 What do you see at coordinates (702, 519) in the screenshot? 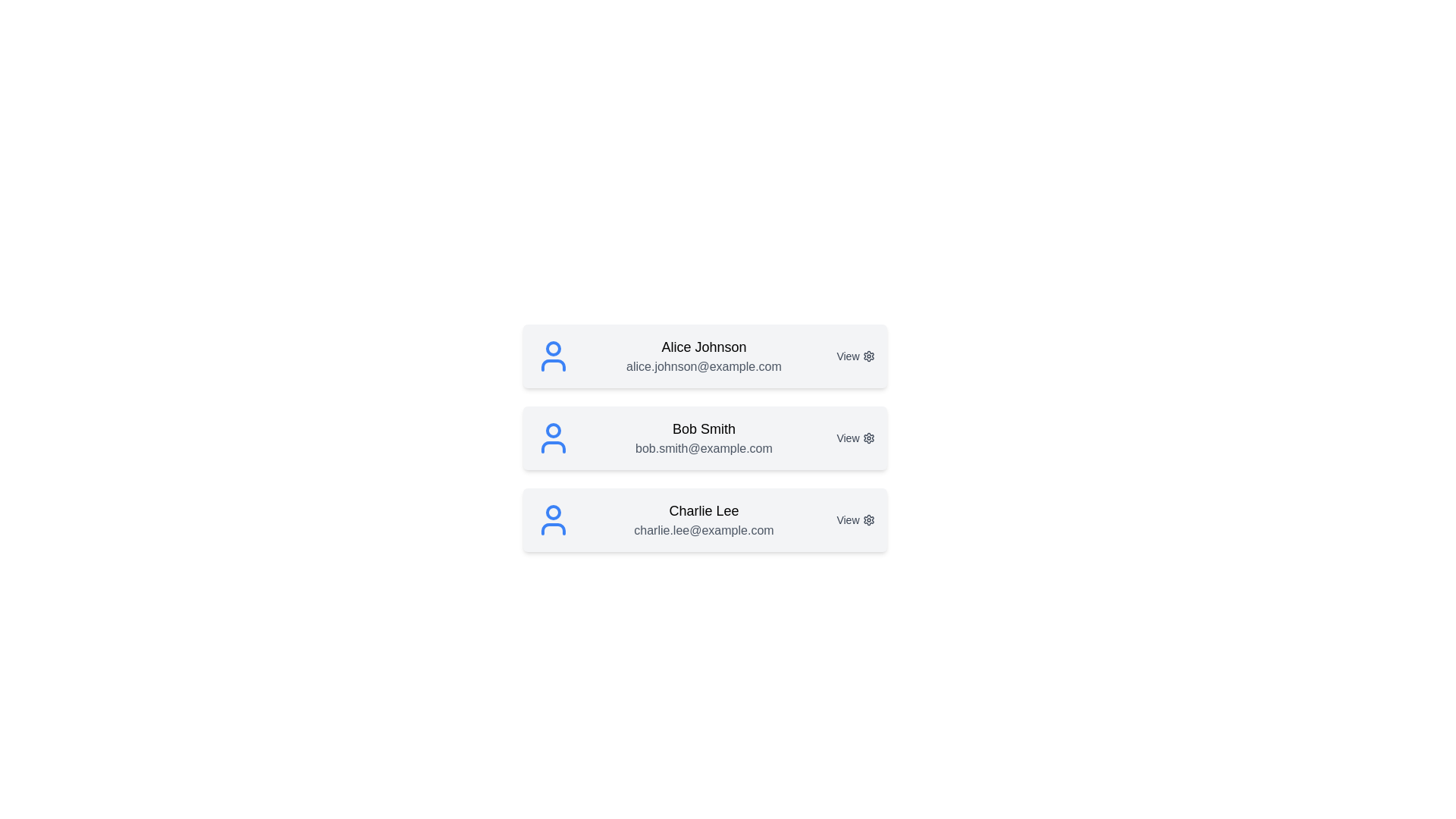
I see `the contact information display for 'Charlie Lee'` at bounding box center [702, 519].